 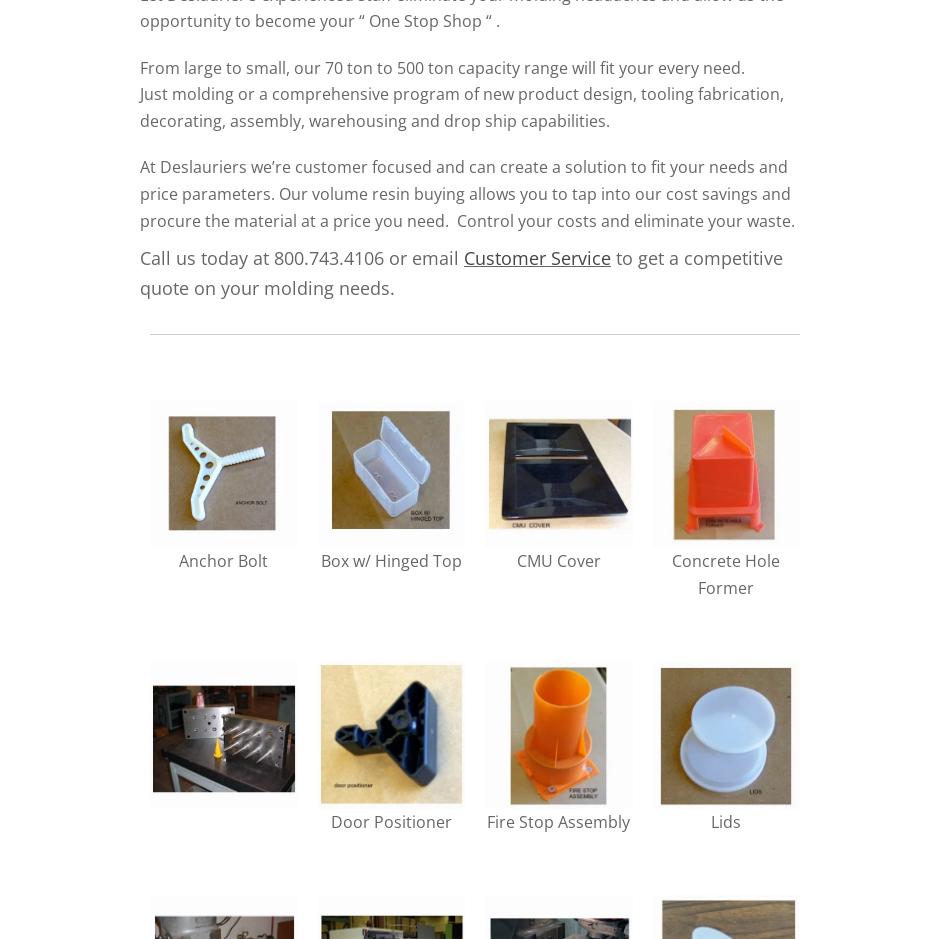 What do you see at coordinates (558, 559) in the screenshot?
I see `'CMU Cover'` at bounding box center [558, 559].